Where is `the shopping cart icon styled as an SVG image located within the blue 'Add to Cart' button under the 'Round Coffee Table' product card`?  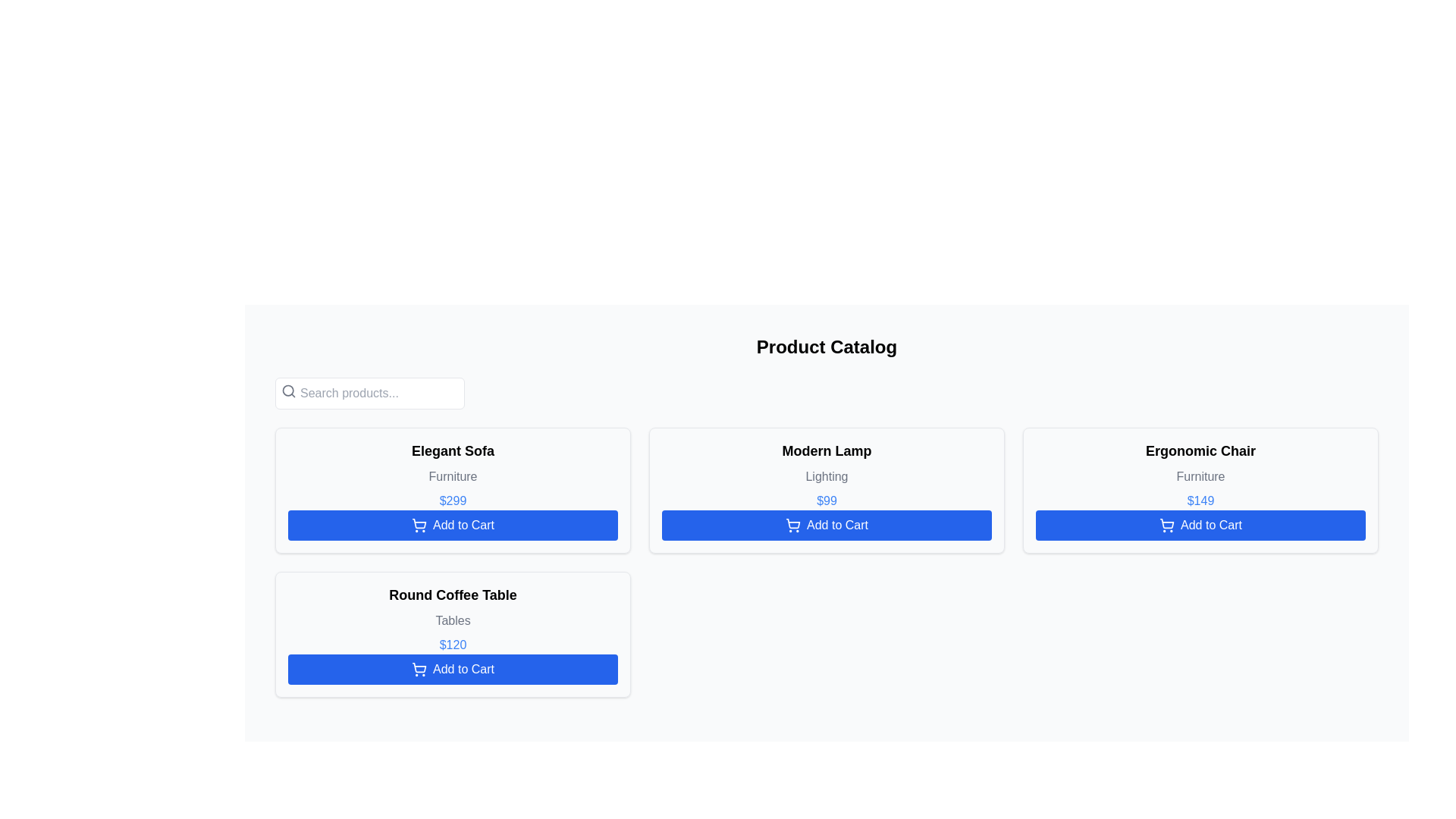
the shopping cart icon styled as an SVG image located within the blue 'Add to Cart' button under the 'Round Coffee Table' product card is located at coordinates (419, 669).